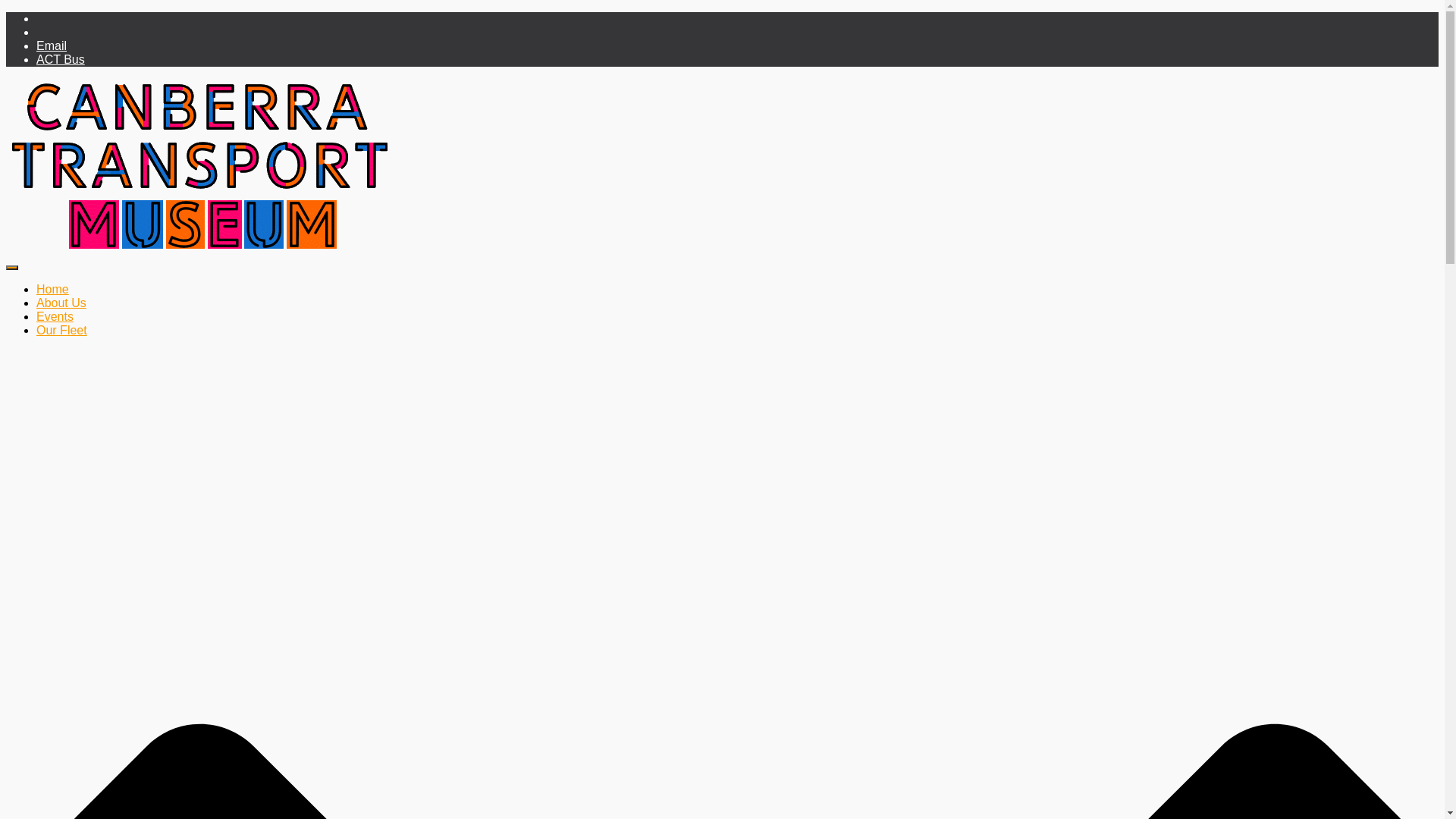 This screenshot has height=819, width=1456. Describe the element at coordinates (61, 303) in the screenshot. I see `'About Us'` at that location.